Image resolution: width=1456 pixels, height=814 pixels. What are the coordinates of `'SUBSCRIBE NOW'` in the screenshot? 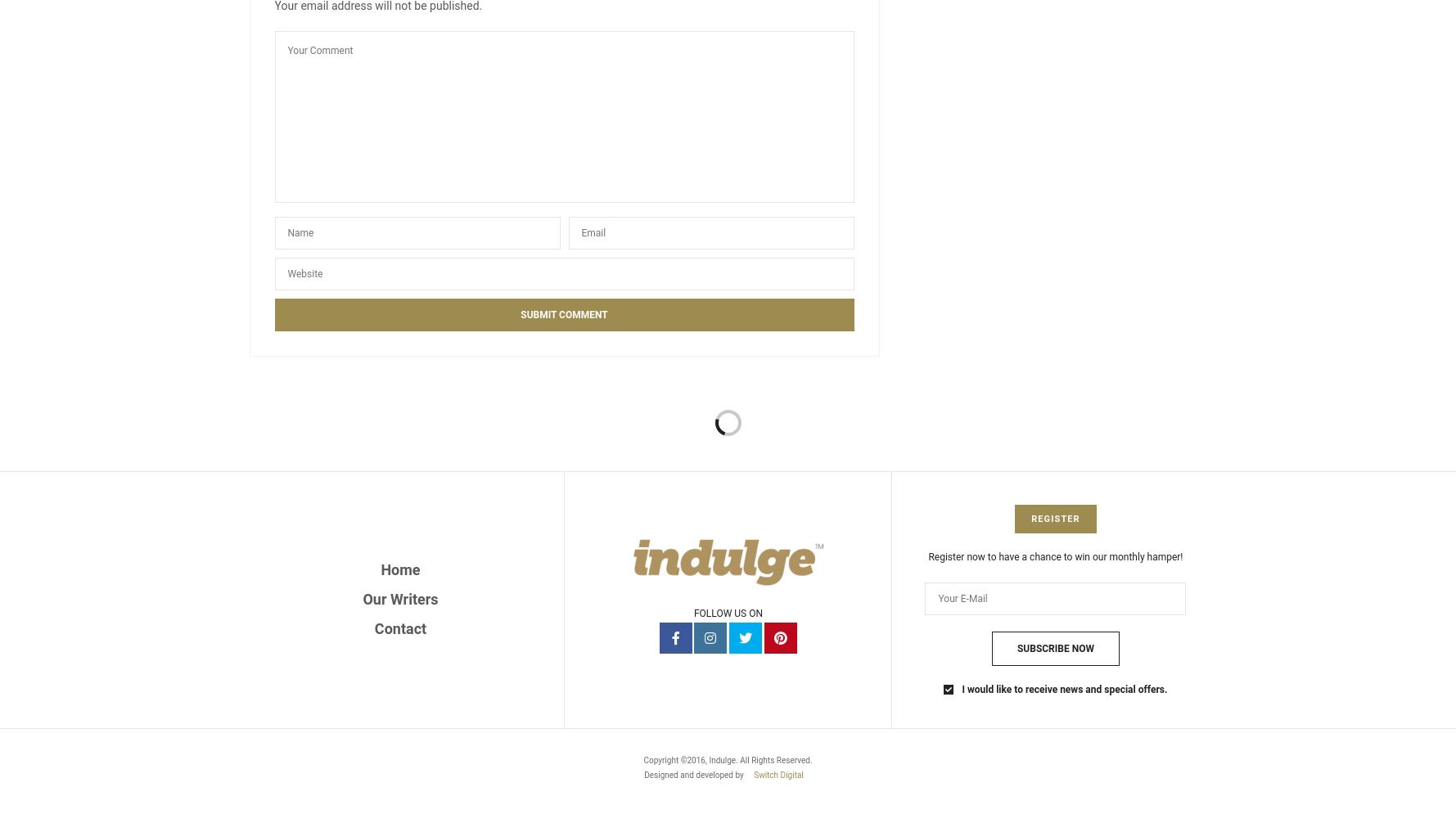 It's located at (1055, 648).